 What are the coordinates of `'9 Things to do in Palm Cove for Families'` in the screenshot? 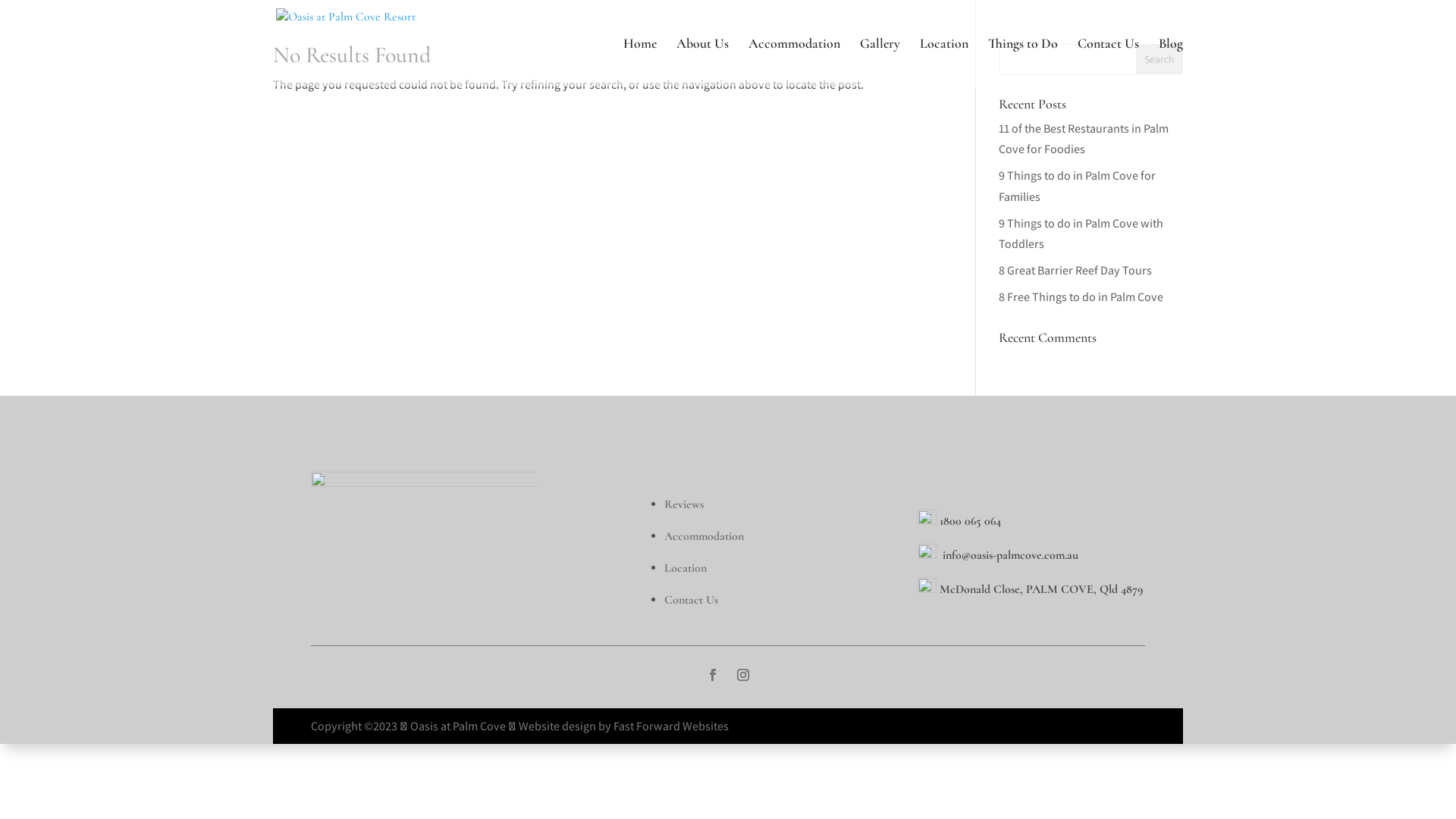 It's located at (1076, 185).